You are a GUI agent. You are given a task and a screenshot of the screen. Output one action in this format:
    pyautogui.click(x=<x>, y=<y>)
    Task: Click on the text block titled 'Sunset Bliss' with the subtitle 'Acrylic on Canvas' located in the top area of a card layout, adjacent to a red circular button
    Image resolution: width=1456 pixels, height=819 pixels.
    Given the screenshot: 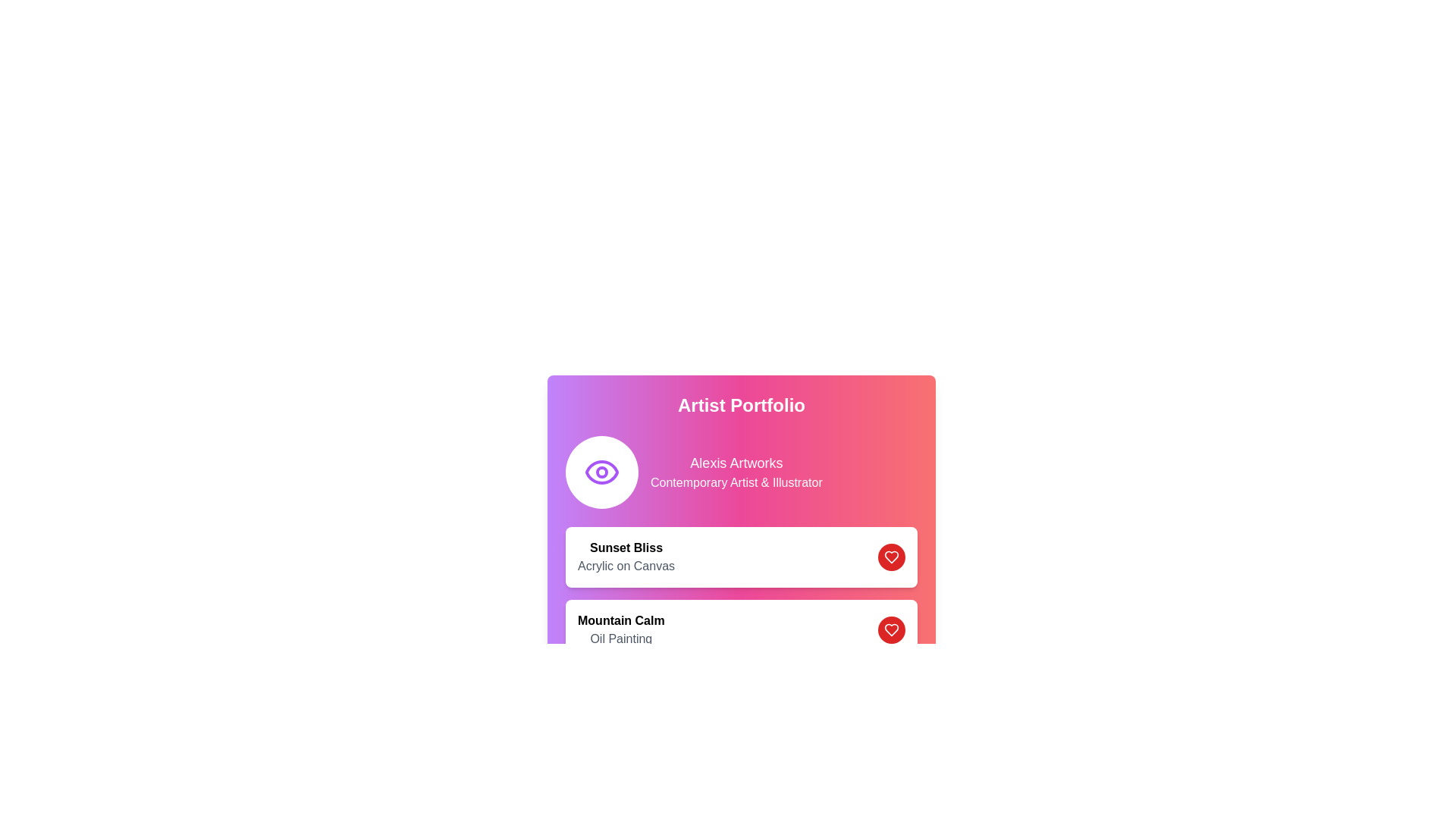 What is the action you would take?
    pyautogui.click(x=626, y=557)
    